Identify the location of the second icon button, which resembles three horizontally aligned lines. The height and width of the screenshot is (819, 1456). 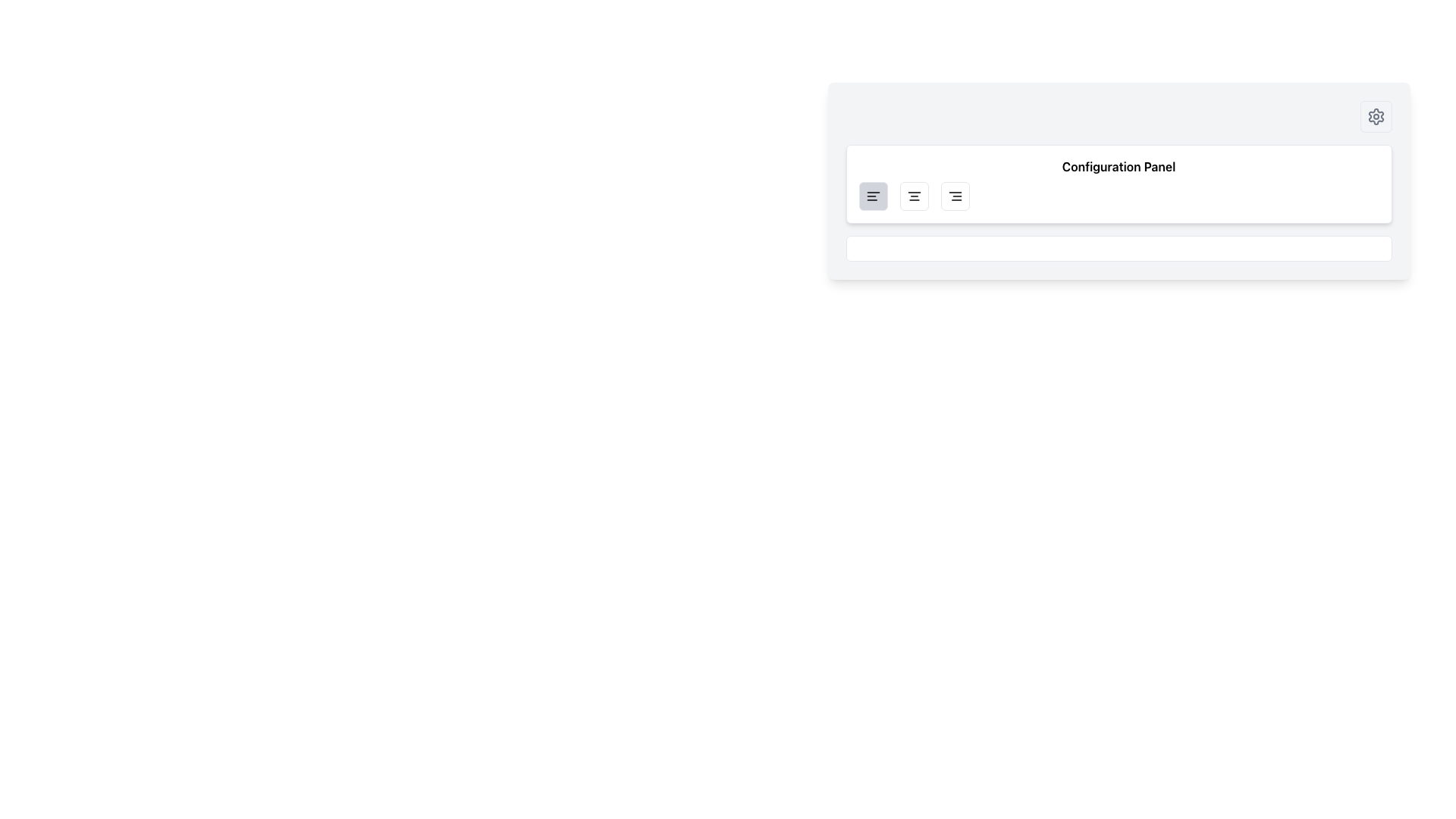
(913, 195).